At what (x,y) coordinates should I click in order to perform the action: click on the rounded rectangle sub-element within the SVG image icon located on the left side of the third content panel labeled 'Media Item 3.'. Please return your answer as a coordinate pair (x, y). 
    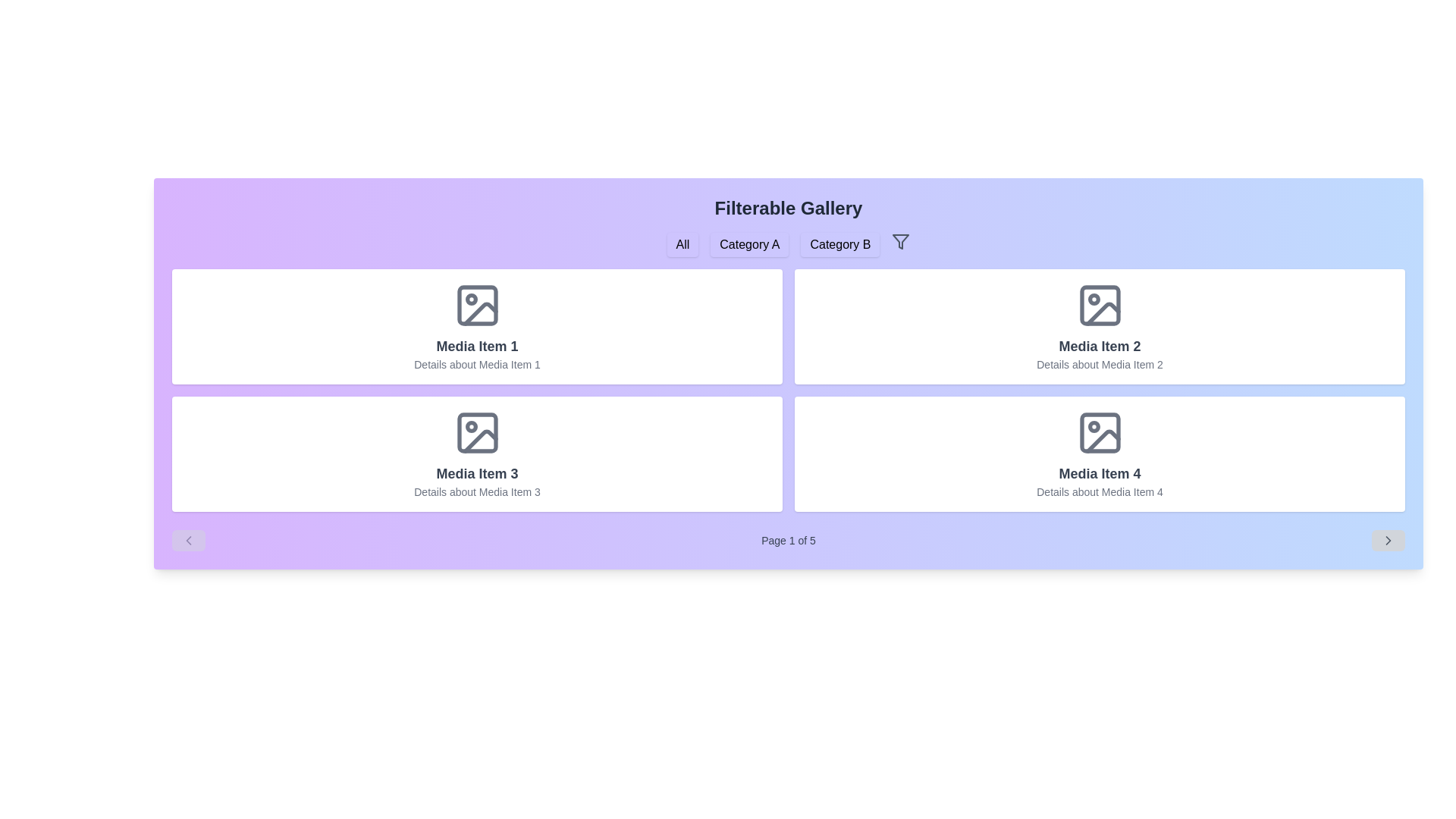
    Looking at the image, I should click on (476, 432).